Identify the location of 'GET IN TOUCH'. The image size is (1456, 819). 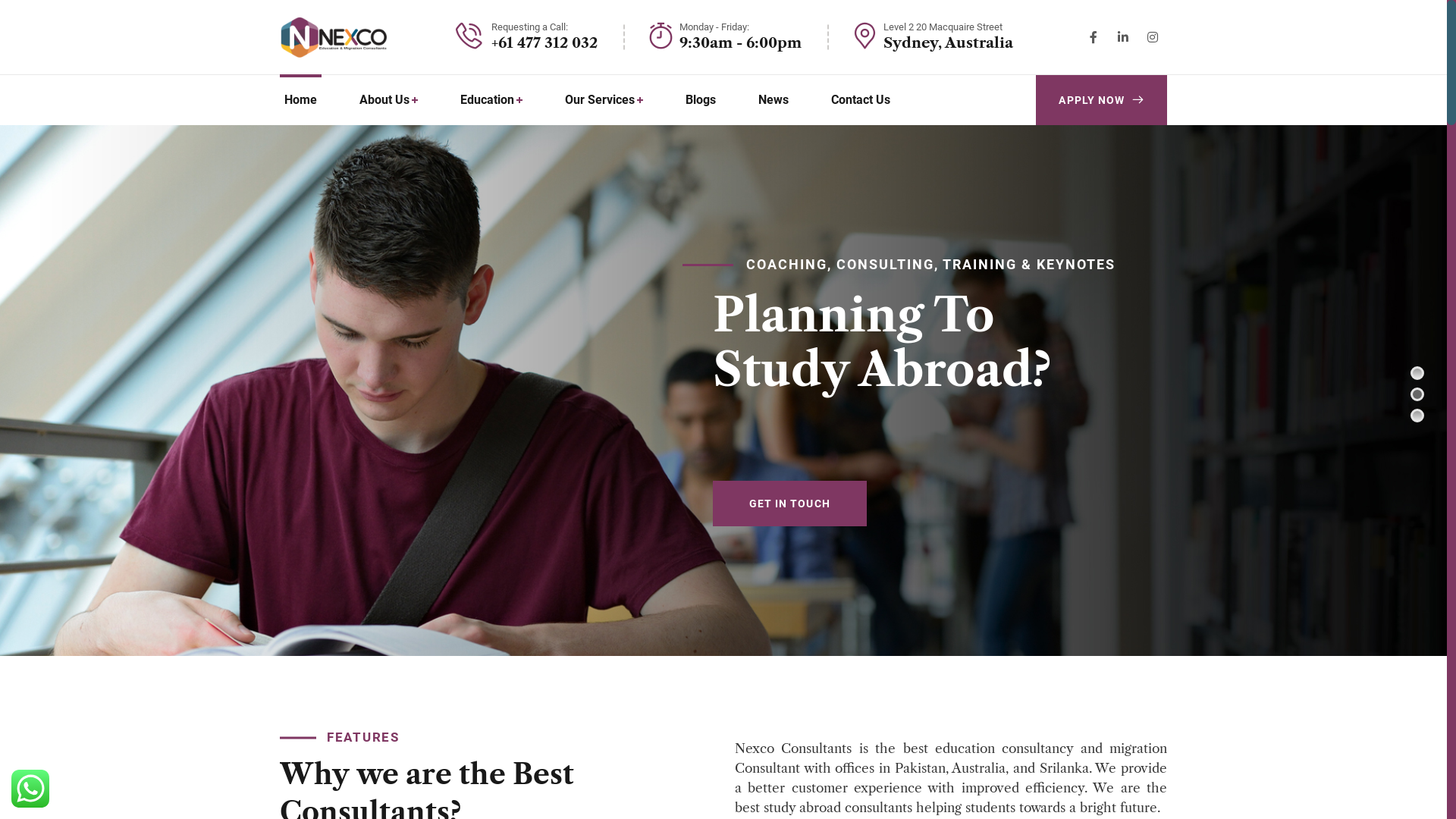
(811, 529).